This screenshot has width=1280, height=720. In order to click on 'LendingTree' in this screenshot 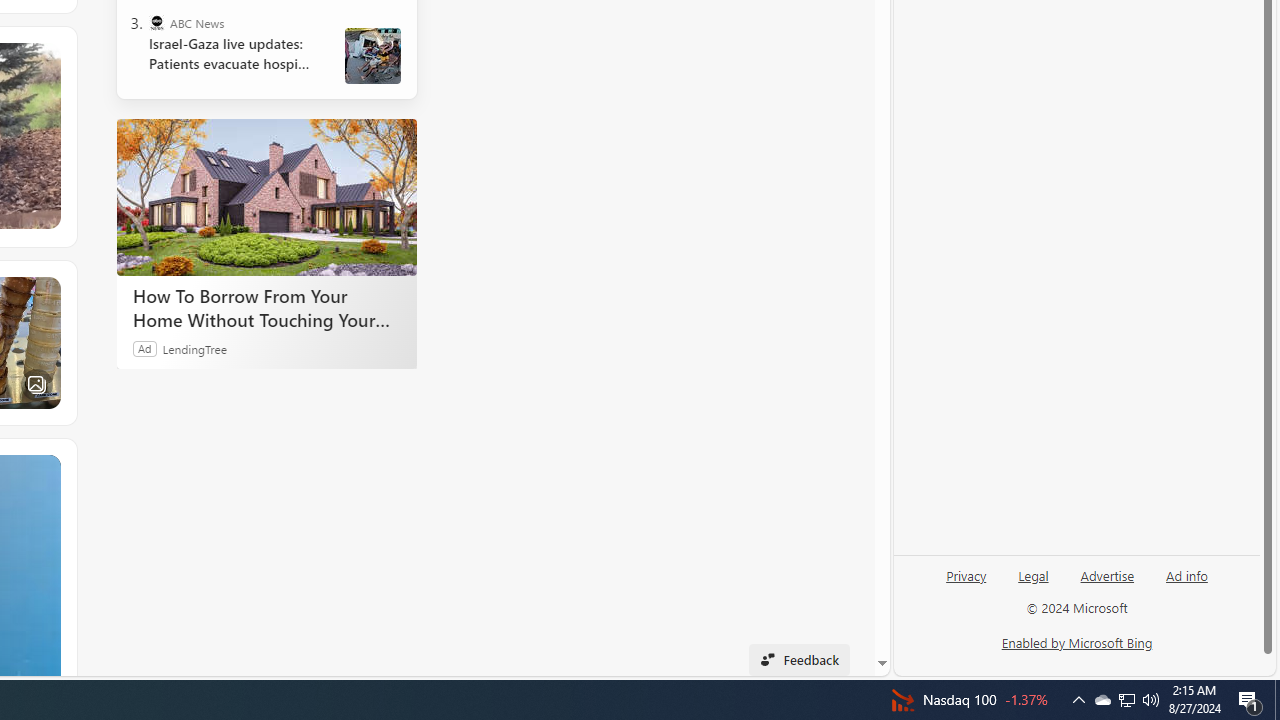, I will do `click(195, 347)`.